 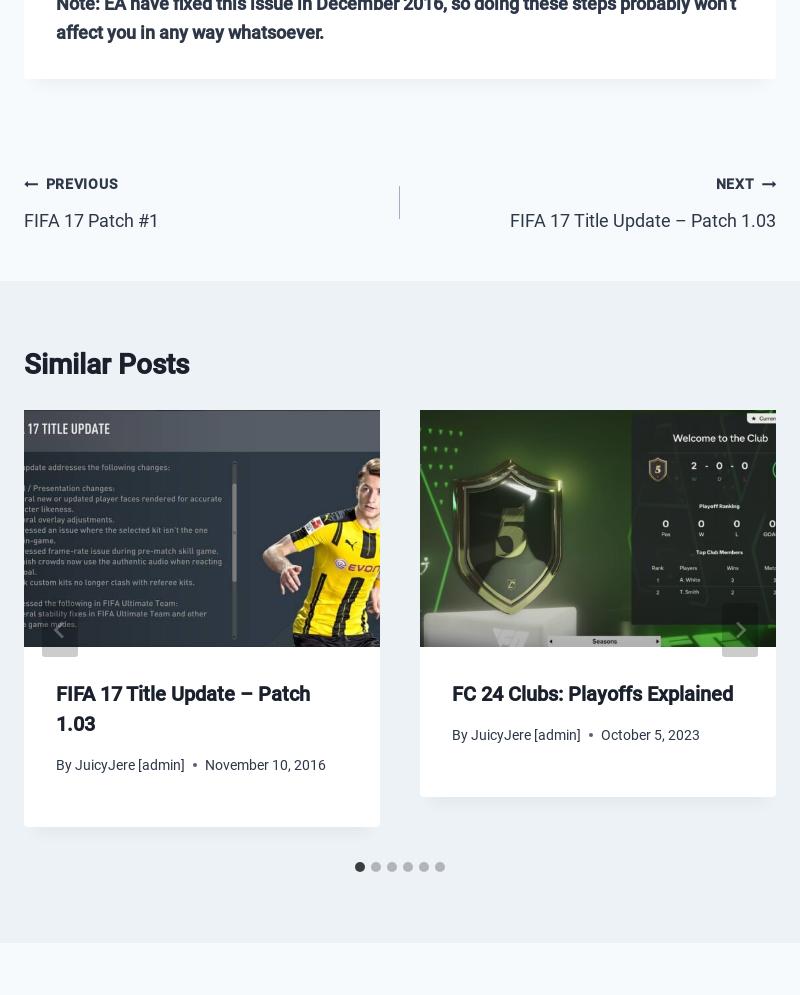 I want to click on 'Previous', so click(x=80, y=184).